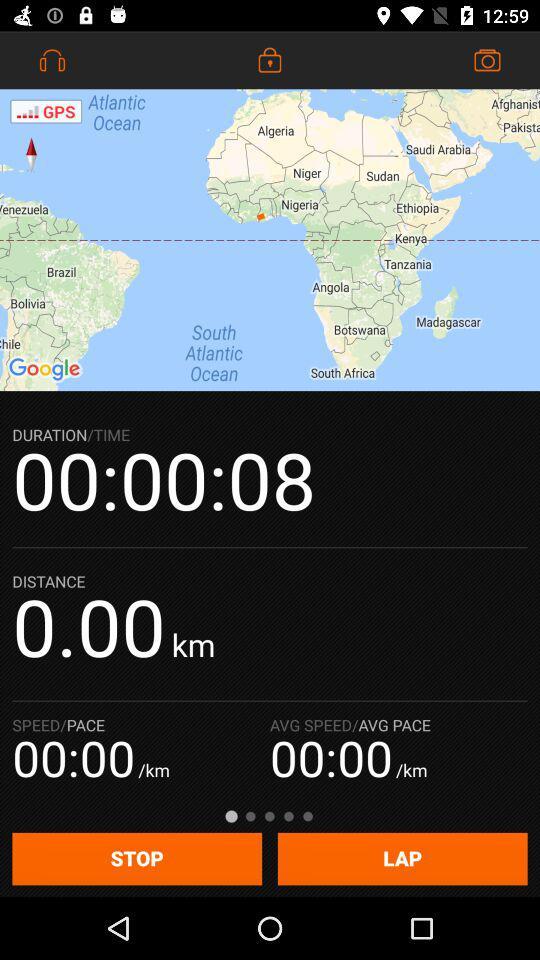 This screenshot has width=540, height=960. I want to click on stop left to lap, so click(135, 858).